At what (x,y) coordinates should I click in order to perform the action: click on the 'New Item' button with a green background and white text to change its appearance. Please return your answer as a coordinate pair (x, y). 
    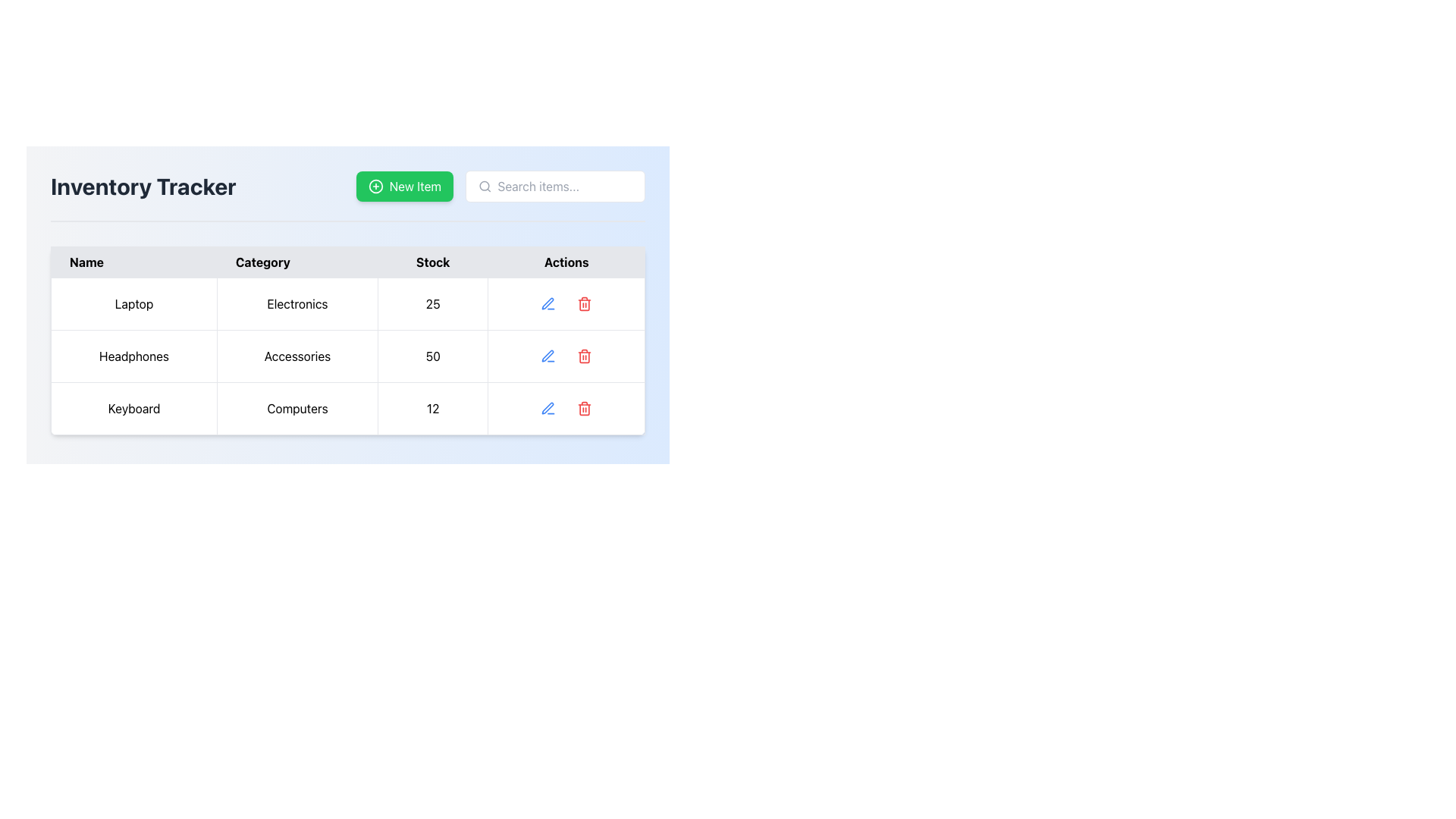
    Looking at the image, I should click on (404, 186).